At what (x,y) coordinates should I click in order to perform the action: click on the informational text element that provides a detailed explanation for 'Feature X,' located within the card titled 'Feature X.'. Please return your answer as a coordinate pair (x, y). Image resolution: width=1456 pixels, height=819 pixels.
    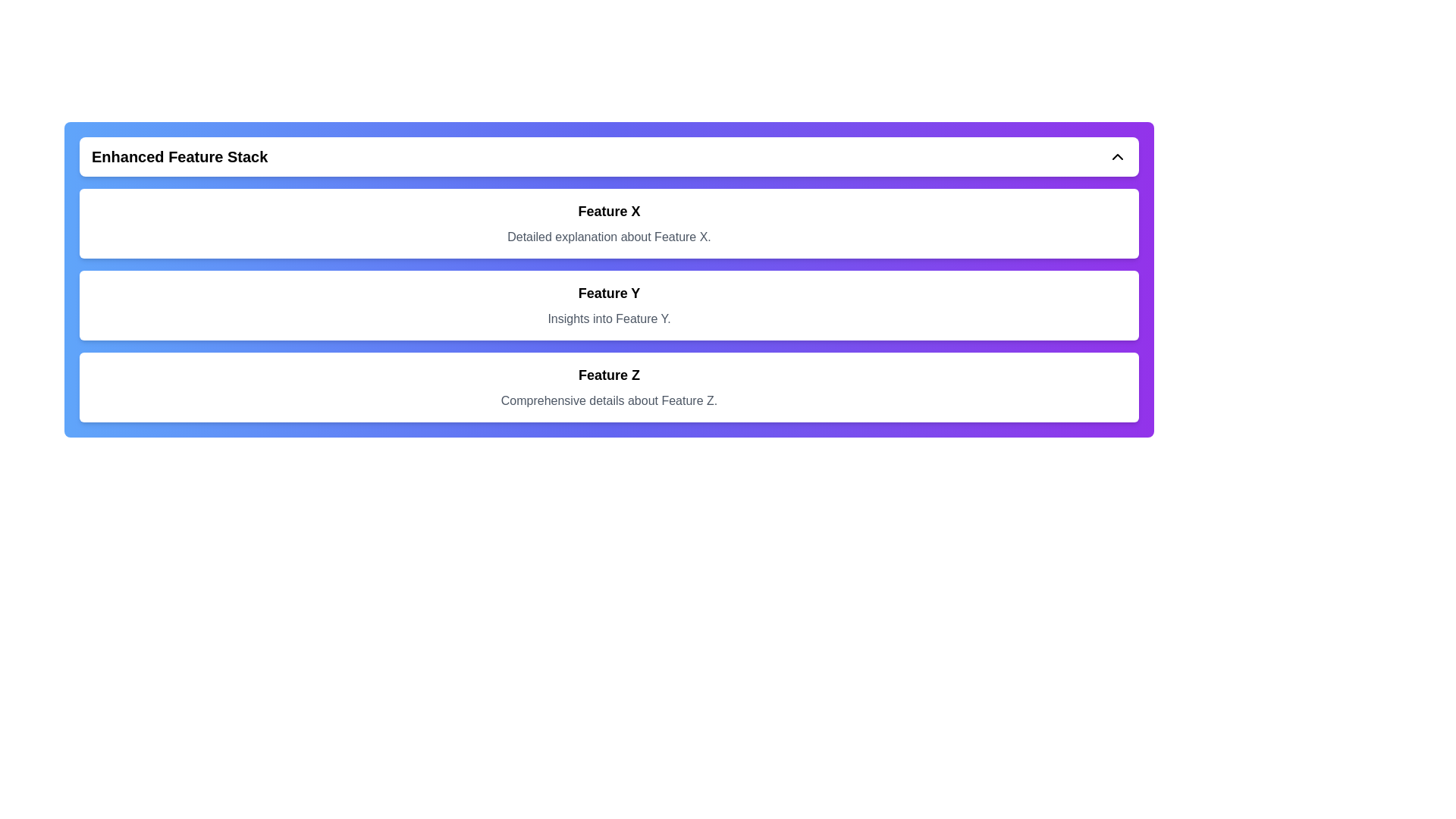
    Looking at the image, I should click on (609, 237).